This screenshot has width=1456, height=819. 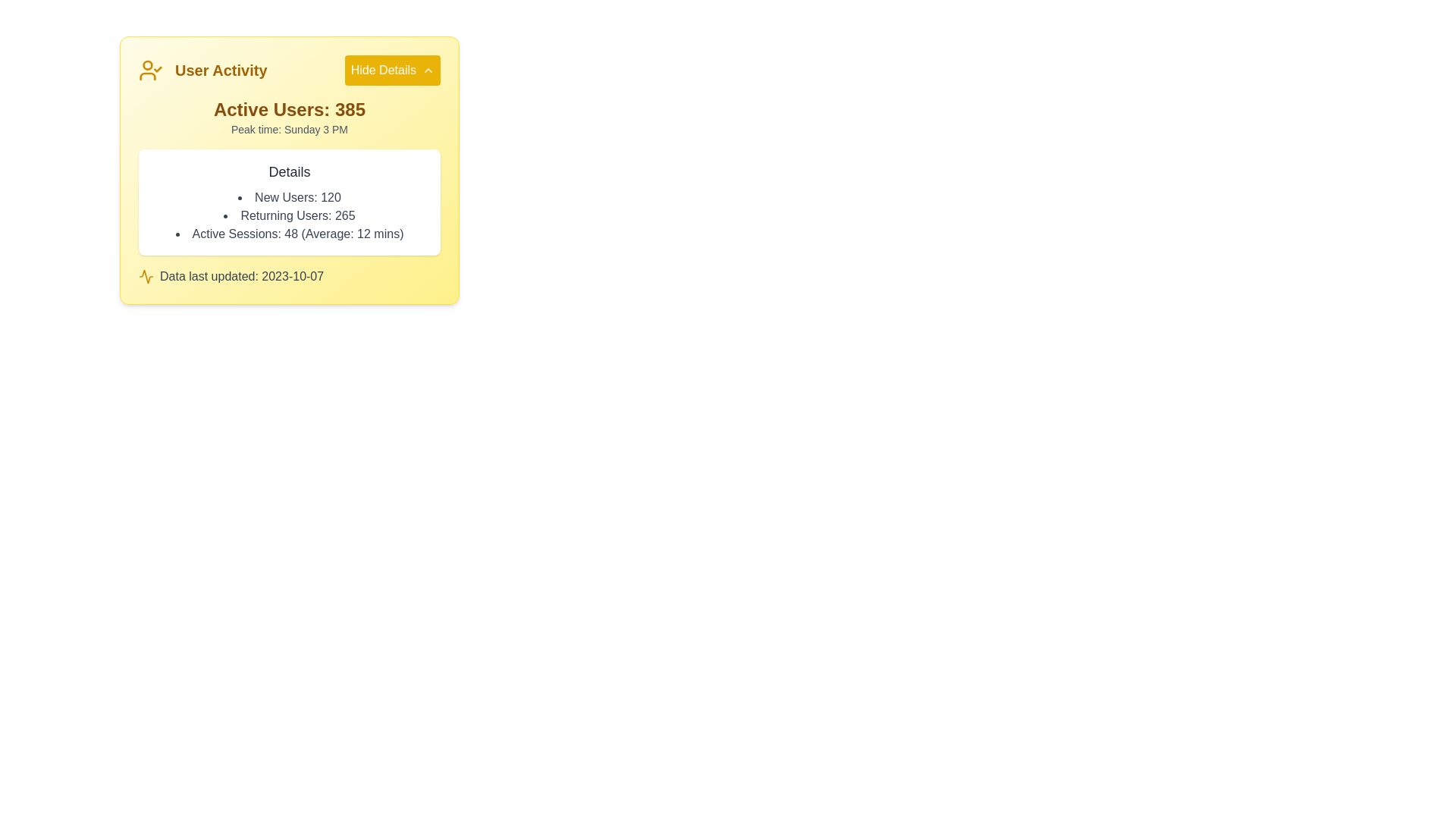 What do you see at coordinates (290, 116) in the screenshot?
I see `displayed information from the text block showing 'Active Users: 385' in bold yellowish-brown font and 'Peak time: Sunday 3 PM' in smaller gray text, located centrally in the yellow card layout` at bounding box center [290, 116].